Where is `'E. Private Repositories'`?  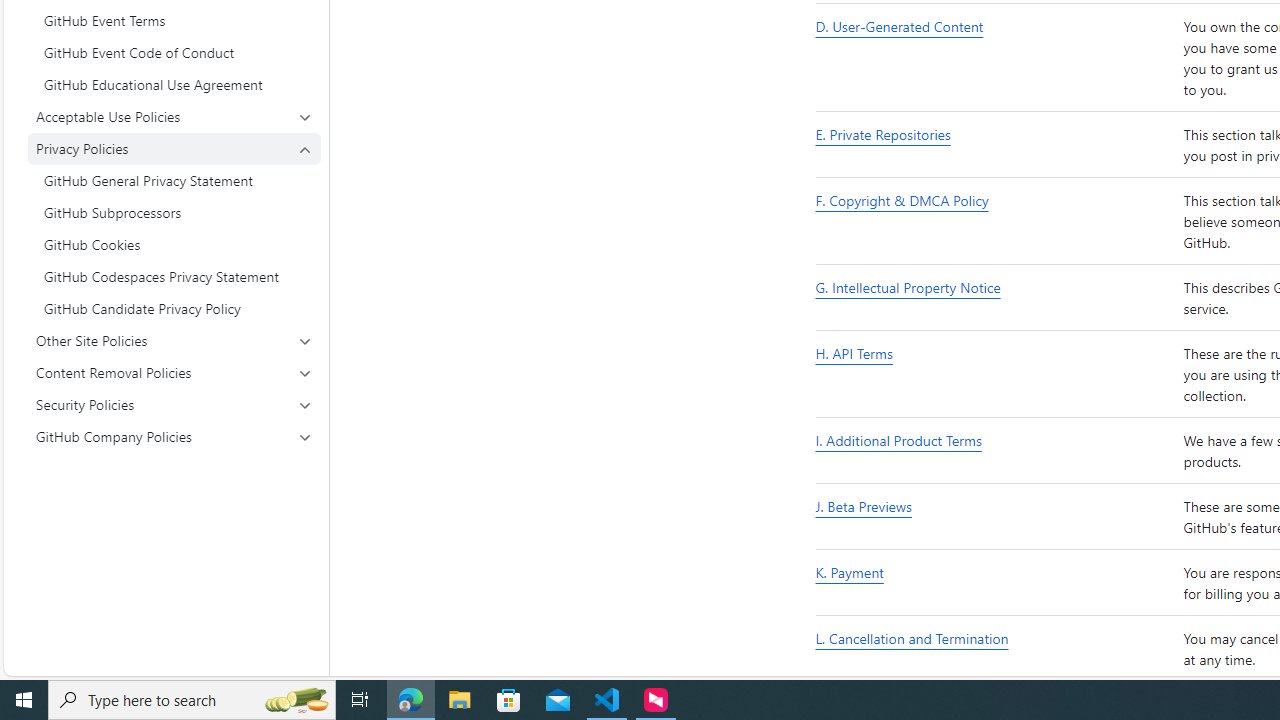
'E. Private Repositories' is located at coordinates (995, 144).